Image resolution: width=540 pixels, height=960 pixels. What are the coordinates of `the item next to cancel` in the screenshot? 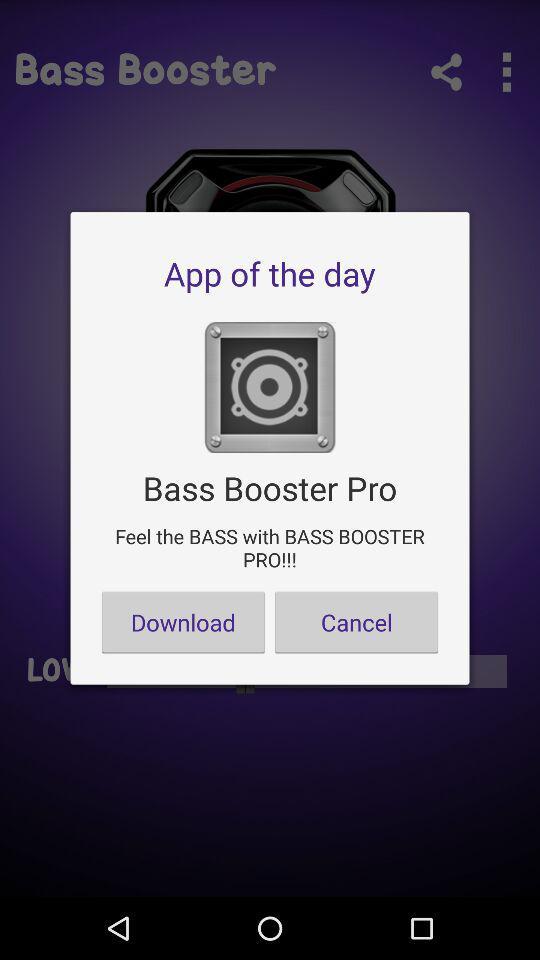 It's located at (183, 621).